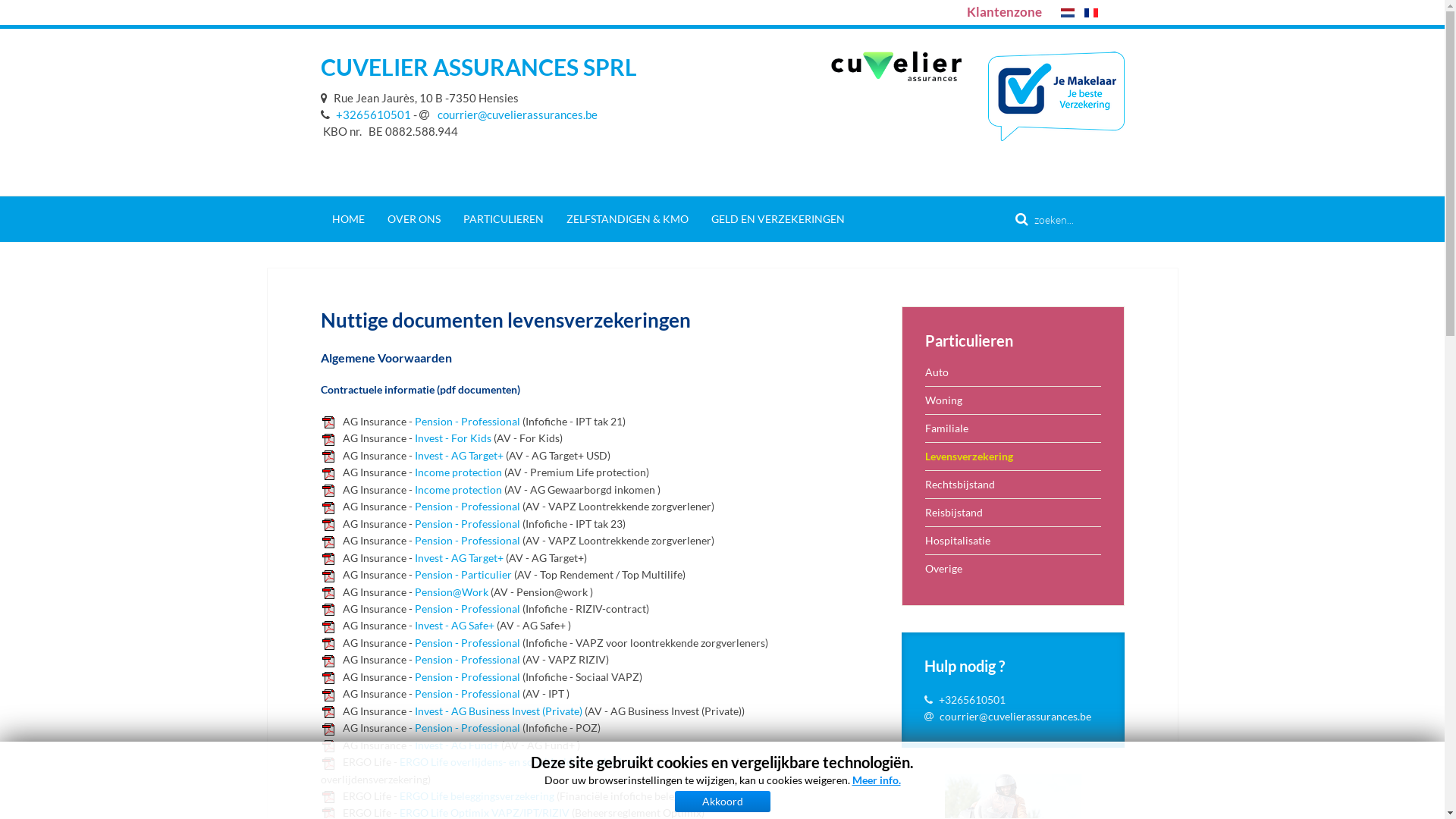  Describe the element at coordinates (414, 574) in the screenshot. I see `'Pension - Particulier'` at that location.